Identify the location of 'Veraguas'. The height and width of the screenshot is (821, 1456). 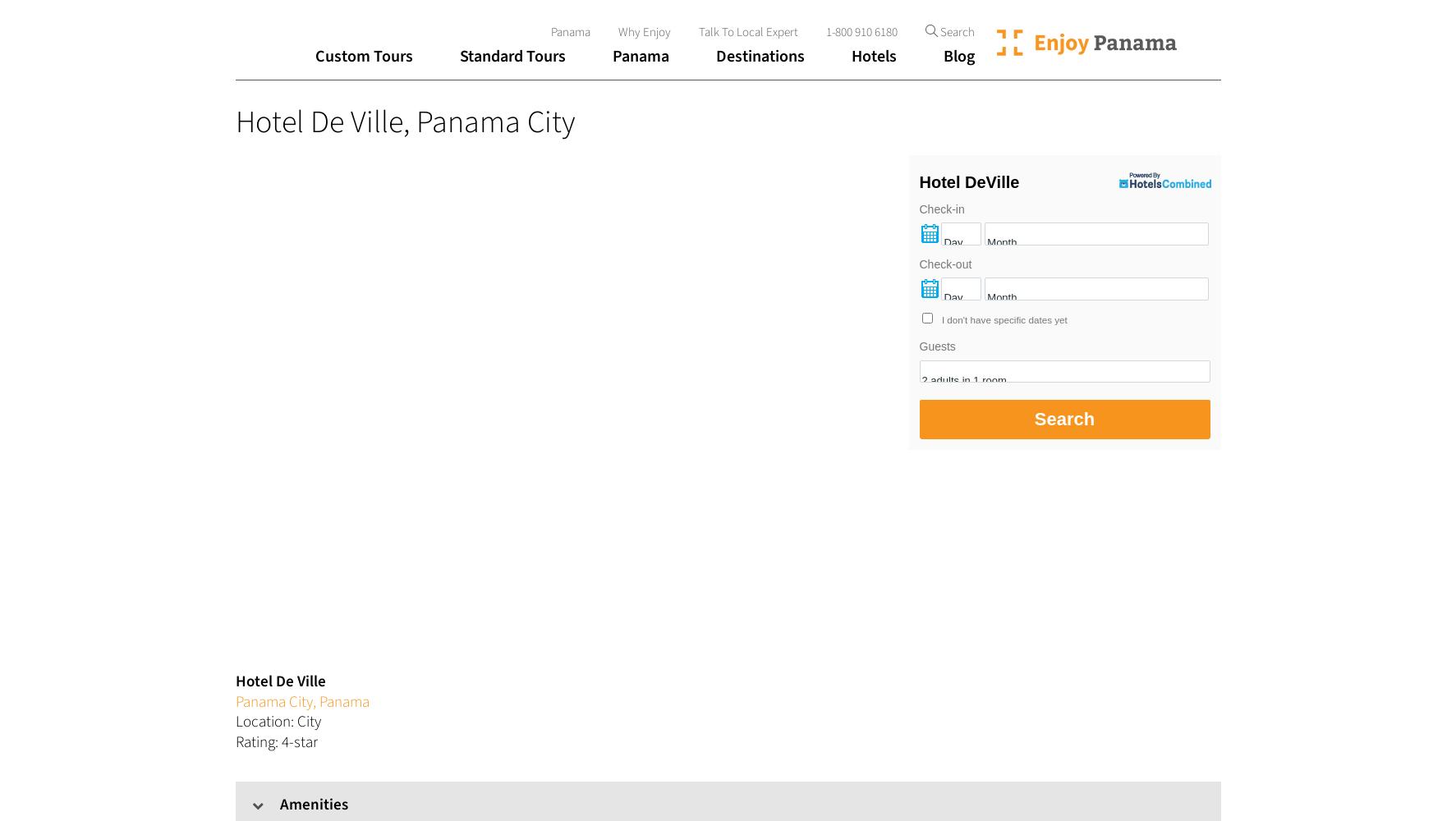
(642, 406).